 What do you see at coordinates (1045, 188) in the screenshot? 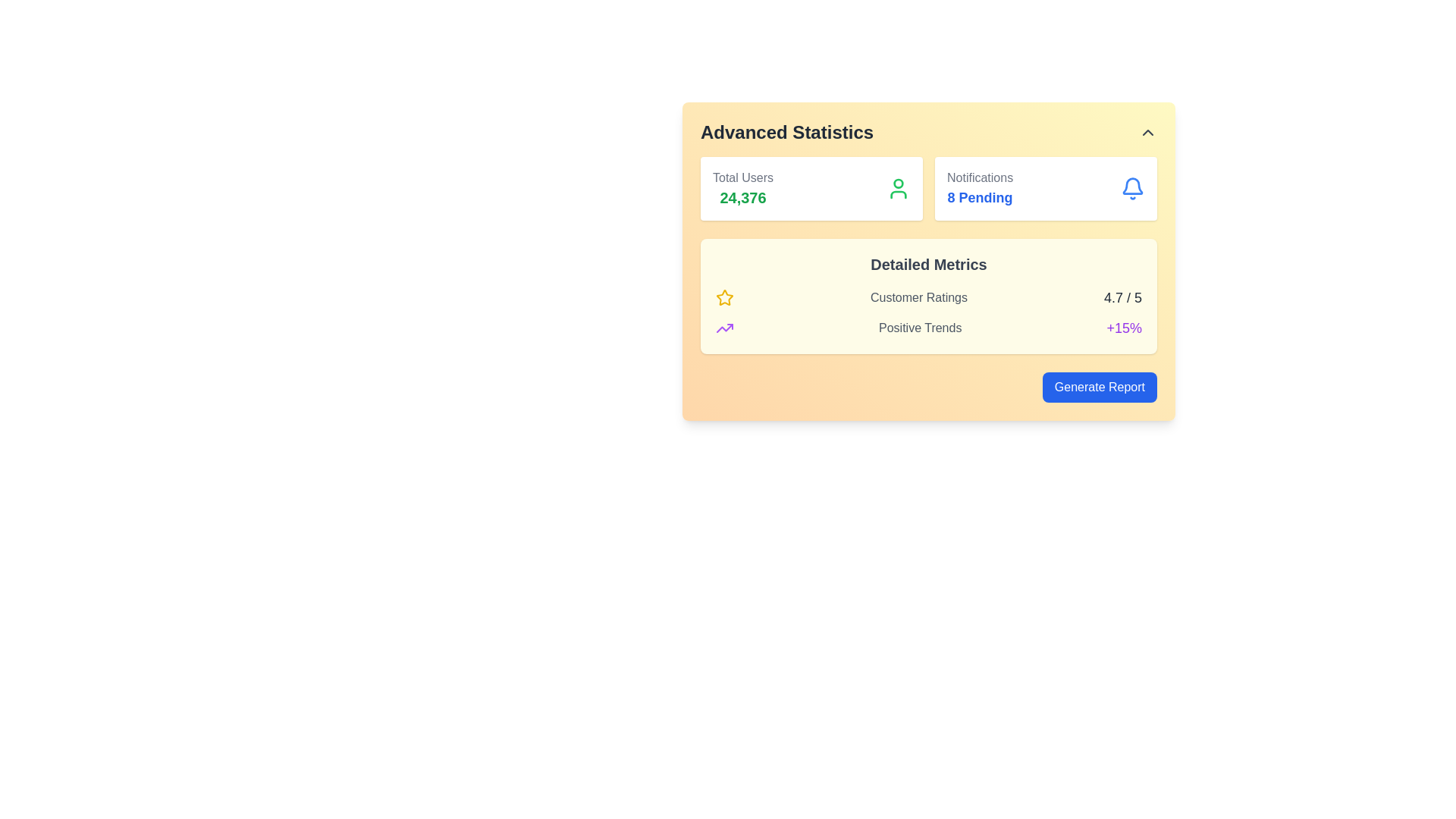
I see `the Notification summary card, which is the second card in the grid layout providing a summary of pending notifications for the user` at bounding box center [1045, 188].